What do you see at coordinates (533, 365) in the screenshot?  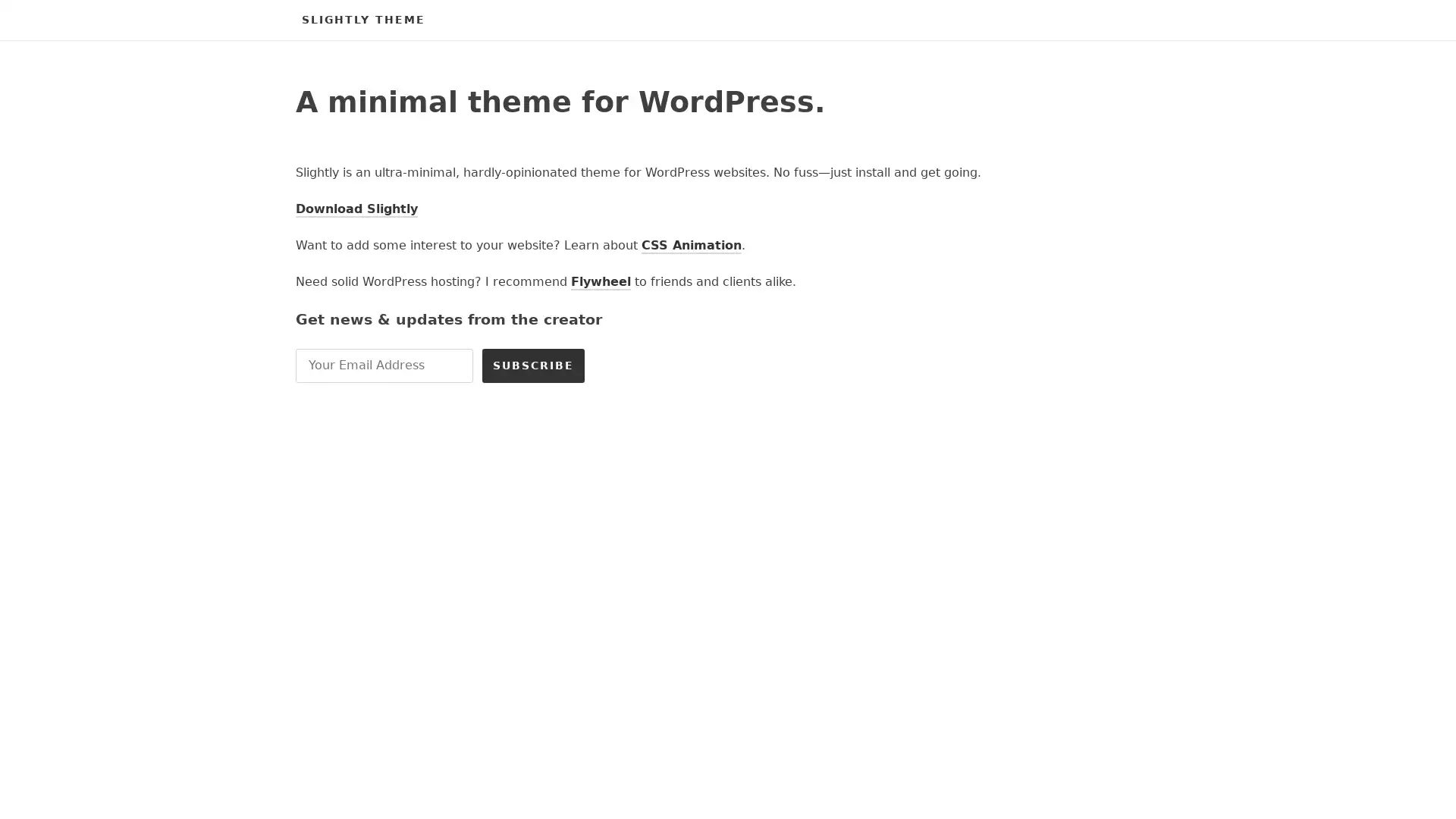 I see `Subscribe` at bounding box center [533, 365].